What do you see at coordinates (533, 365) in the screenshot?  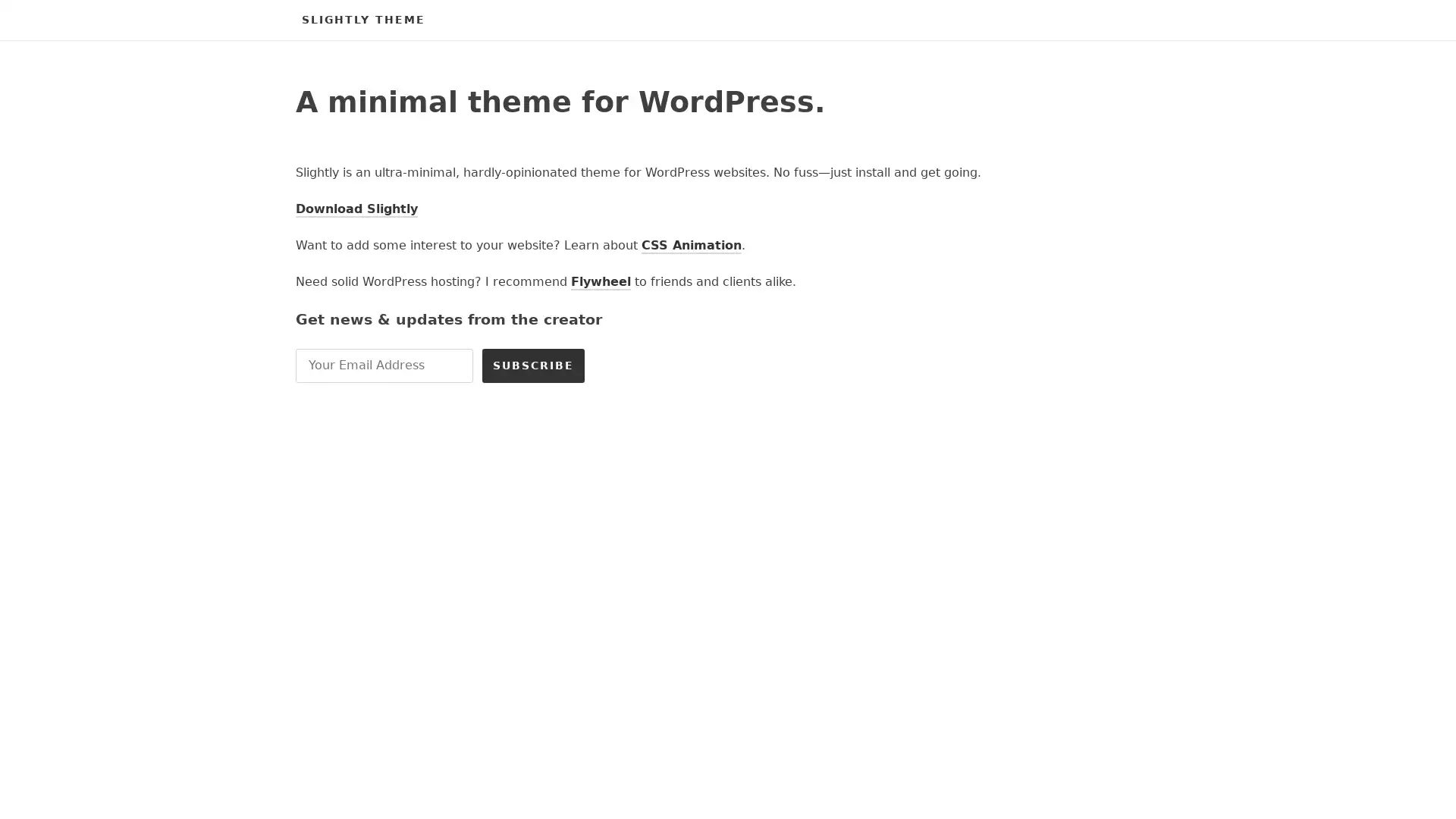 I see `Subscribe` at bounding box center [533, 365].